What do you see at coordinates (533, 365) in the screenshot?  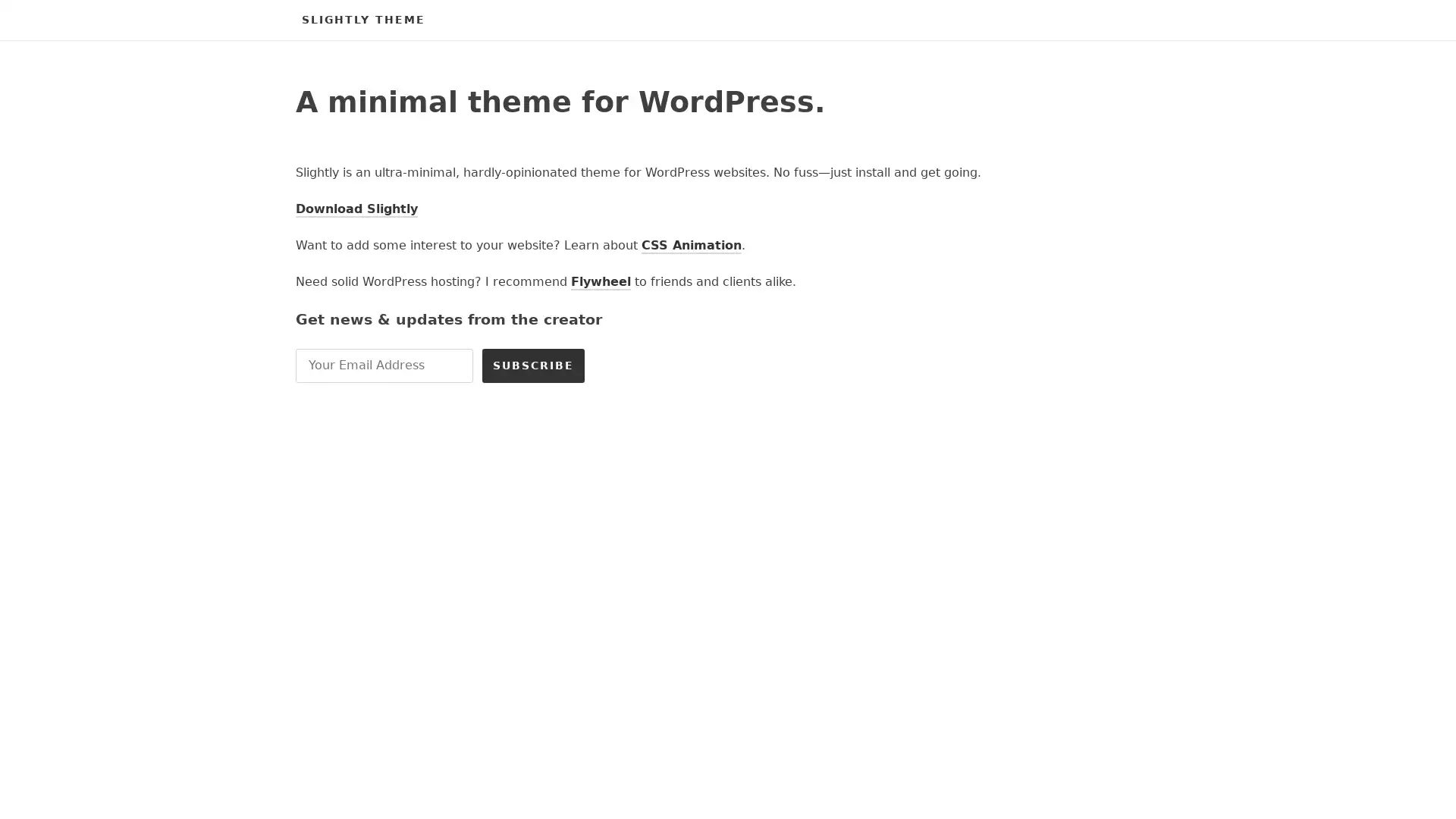 I see `Subscribe` at bounding box center [533, 365].